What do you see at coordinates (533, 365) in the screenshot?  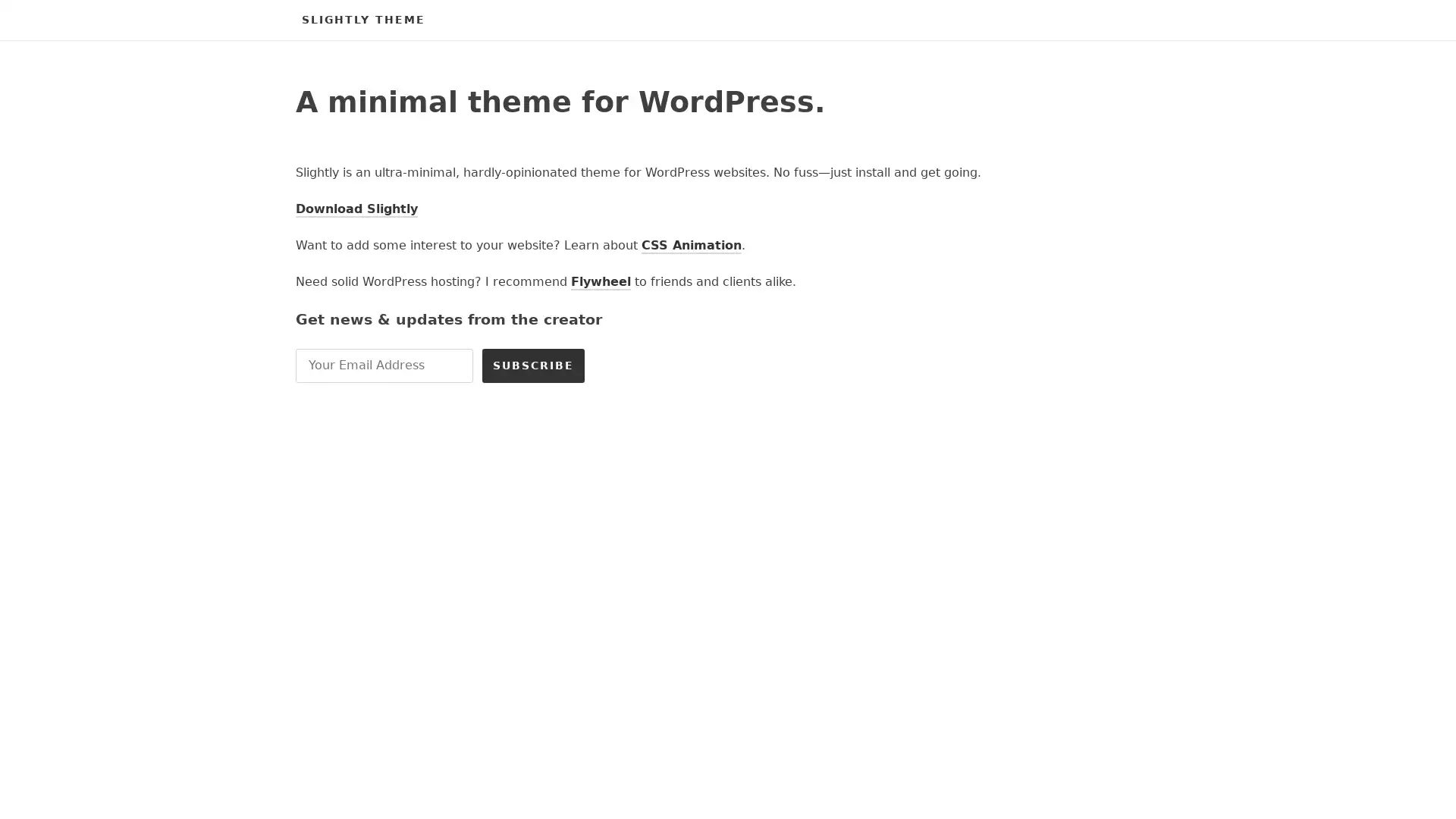 I see `Subscribe` at bounding box center [533, 365].